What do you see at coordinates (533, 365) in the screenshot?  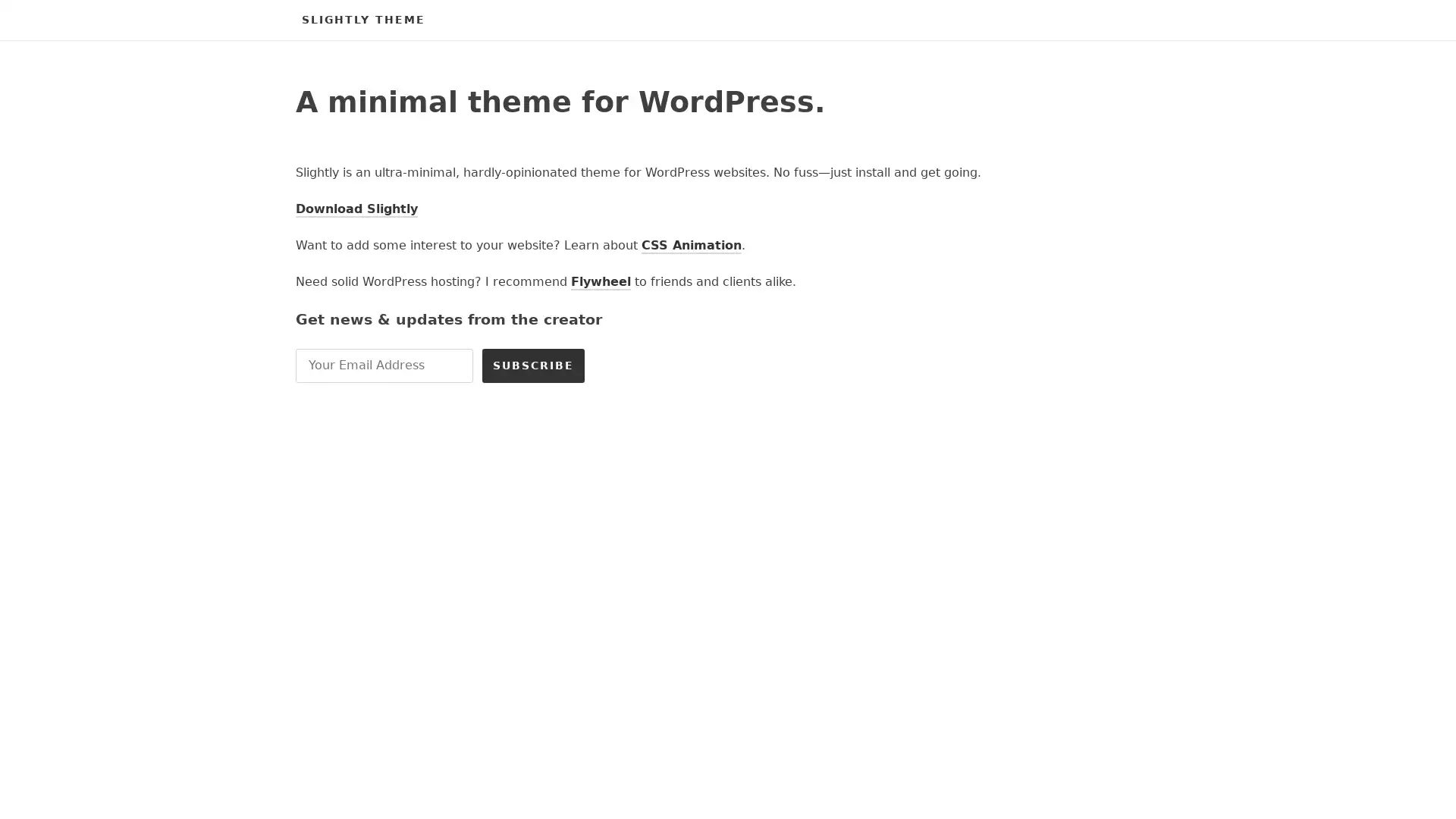 I see `Subscribe` at bounding box center [533, 365].